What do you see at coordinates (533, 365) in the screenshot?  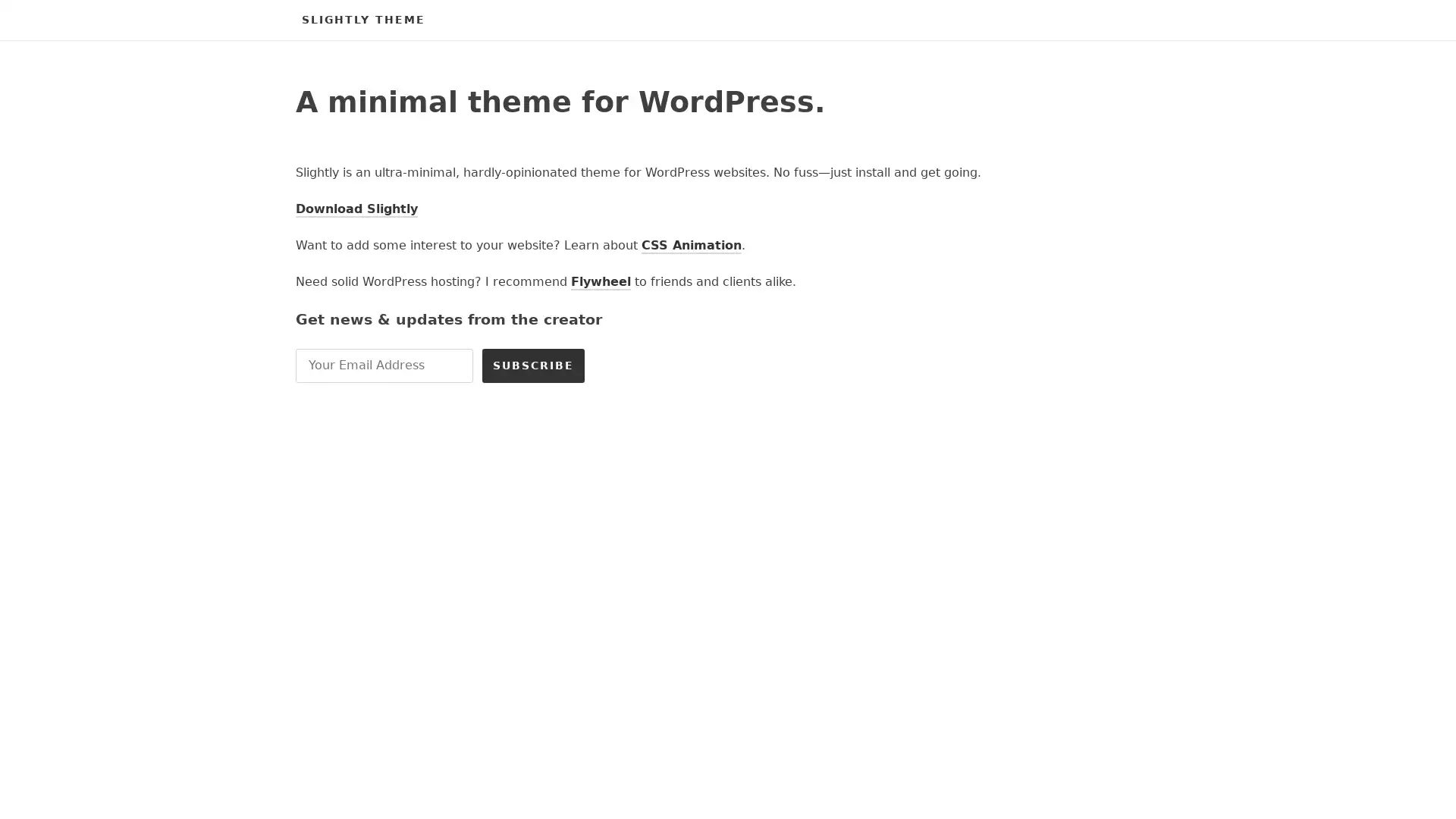 I see `Subscribe` at bounding box center [533, 365].